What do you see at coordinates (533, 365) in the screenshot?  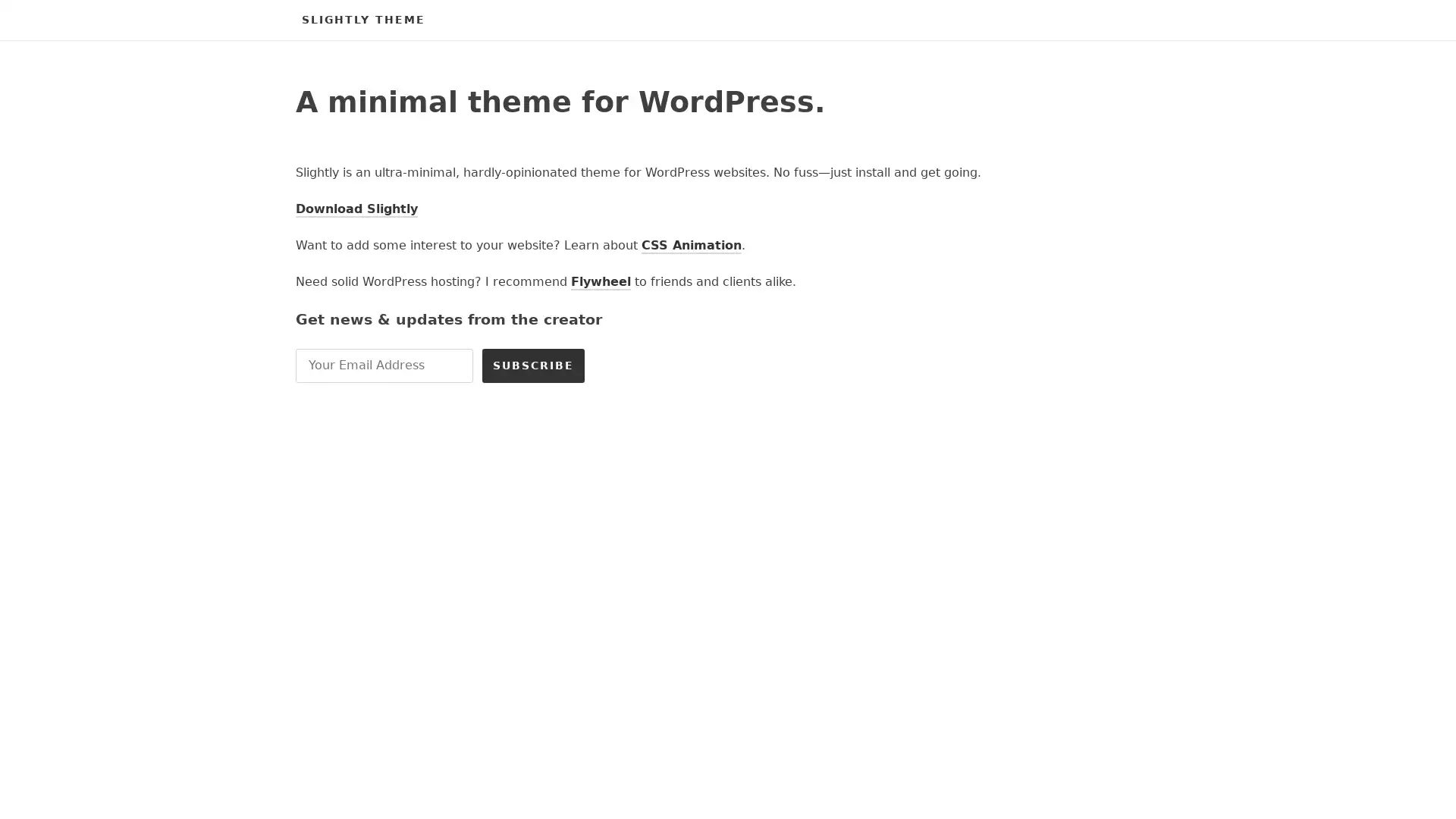 I see `Subscribe` at bounding box center [533, 365].